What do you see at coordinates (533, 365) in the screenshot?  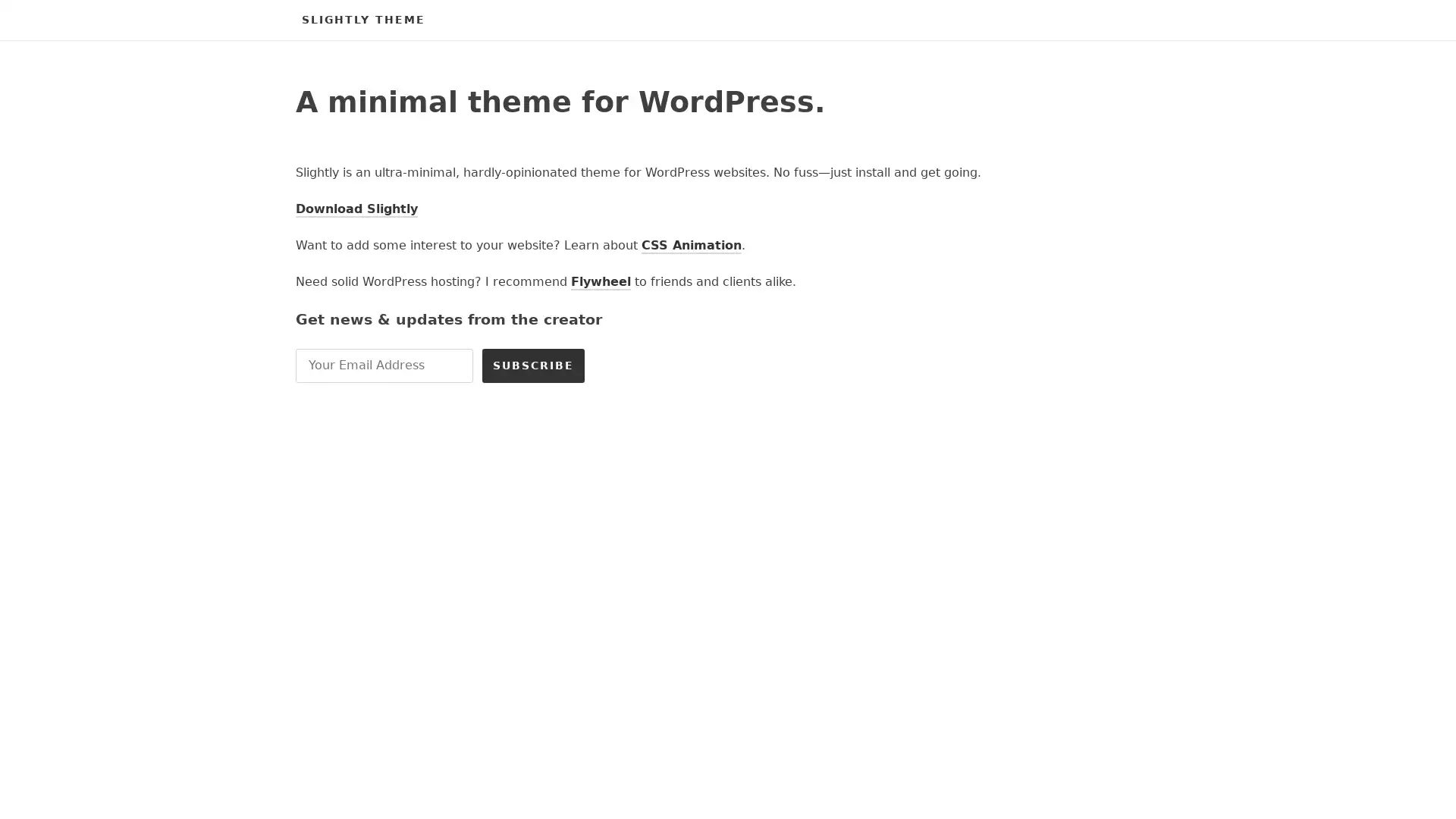 I see `Subscribe` at bounding box center [533, 365].